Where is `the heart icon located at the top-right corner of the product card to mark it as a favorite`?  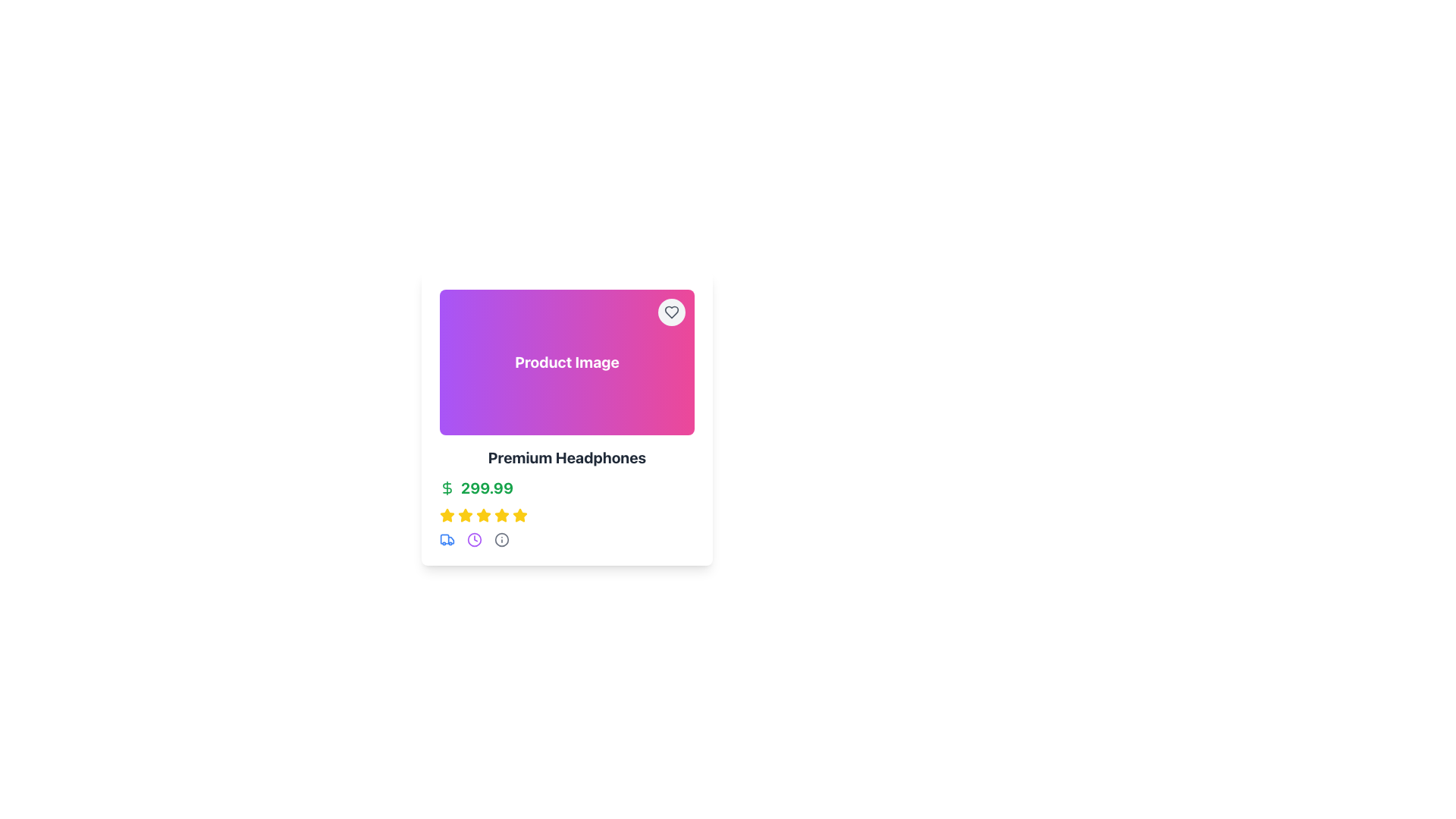 the heart icon located at the top-right corner of the product card to mark it as a favorite is located at coordinates (671, 312).